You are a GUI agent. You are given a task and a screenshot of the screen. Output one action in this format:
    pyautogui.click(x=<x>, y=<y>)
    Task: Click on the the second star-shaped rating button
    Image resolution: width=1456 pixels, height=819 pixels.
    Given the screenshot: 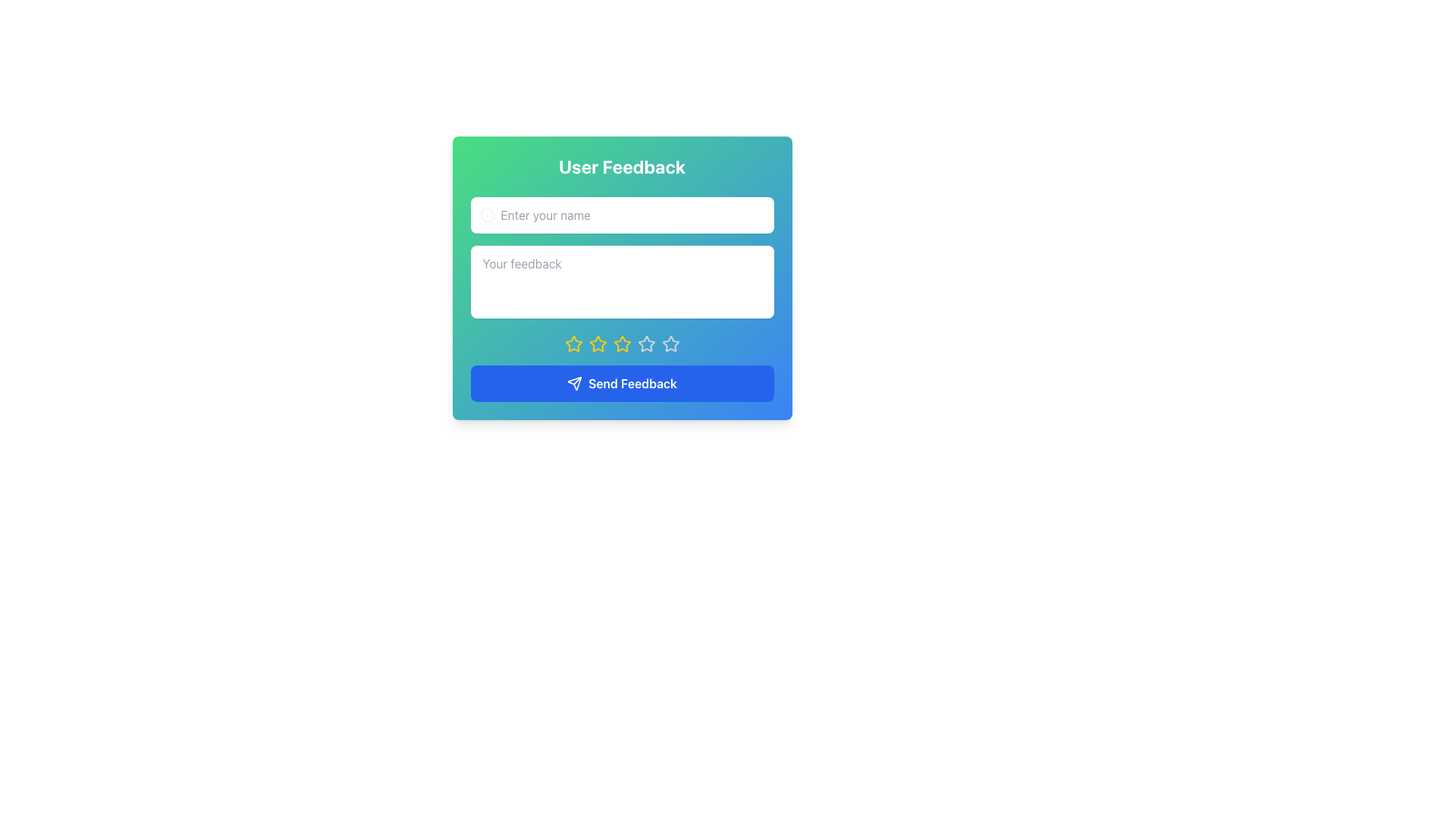 What is the action you would take?
    pyautogui.click(x=573, y=344)
    